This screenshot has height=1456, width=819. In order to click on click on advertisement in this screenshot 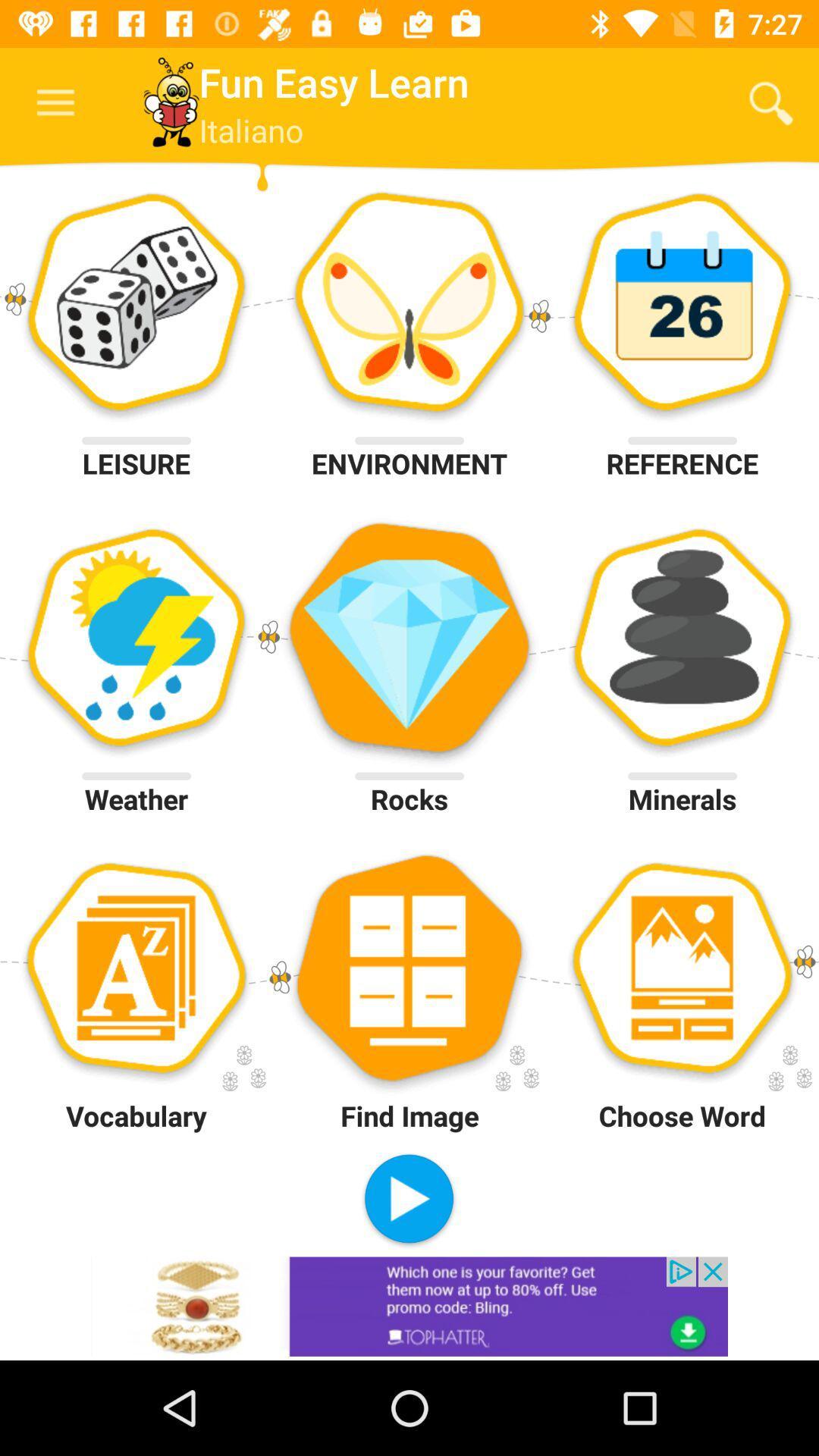, I will do `click(409, 1306)`.